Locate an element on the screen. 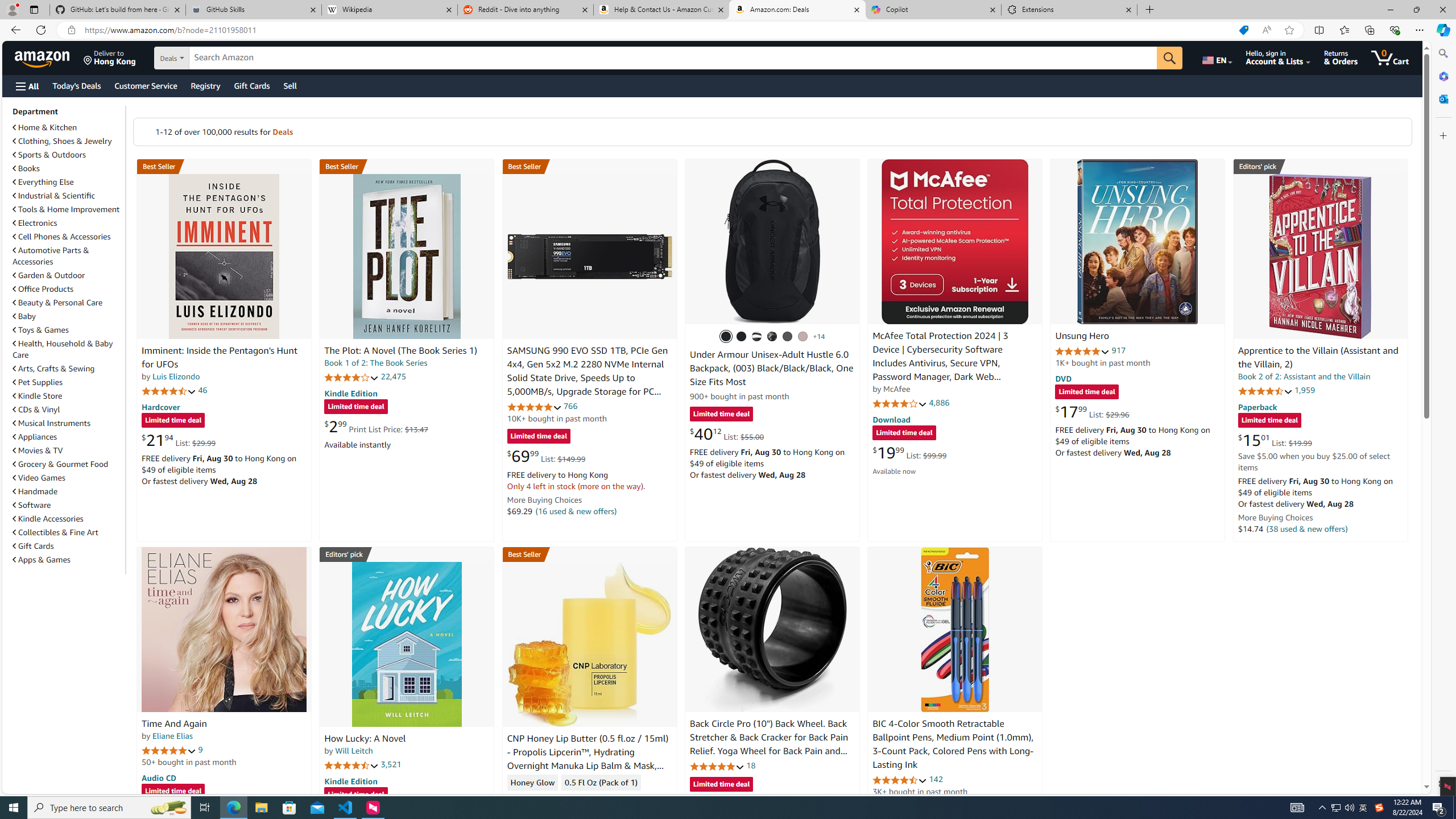 This screenshot has height=819, width=1456. 'How Lucky: A Novel' is located at coordinates (406, 643).